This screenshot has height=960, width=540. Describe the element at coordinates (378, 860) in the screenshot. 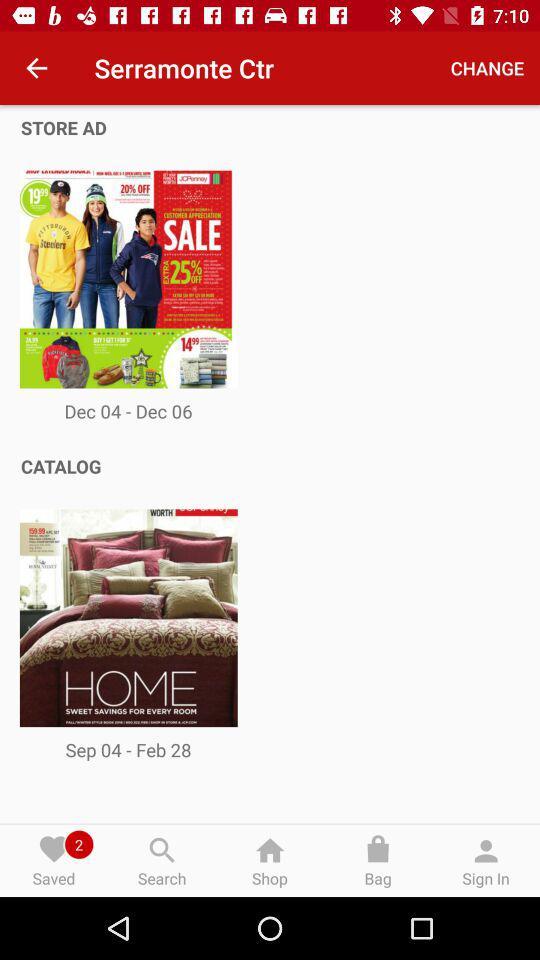

I see `the option bag at left of sign in` at that location.